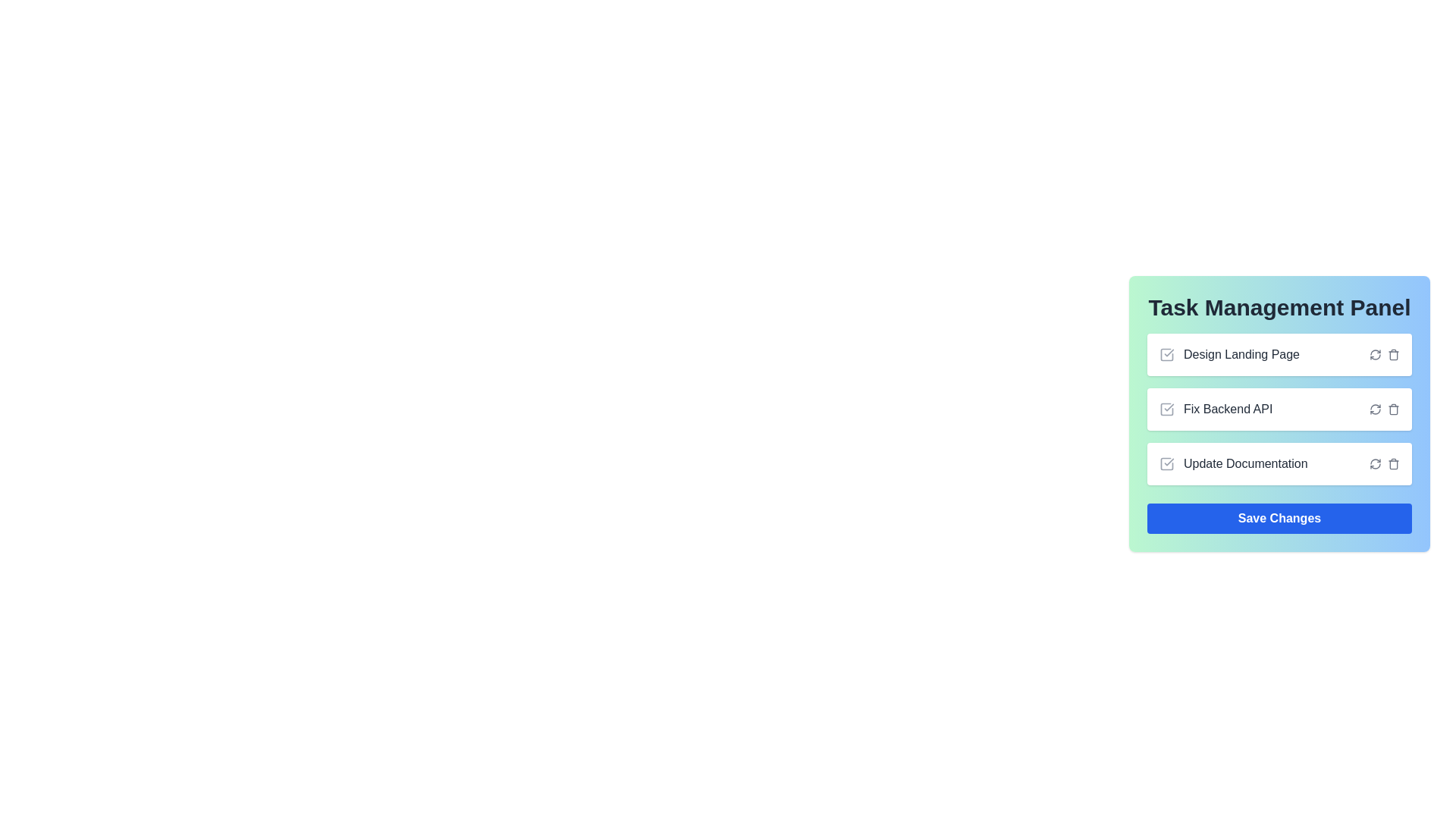  Describe the element at coordinates (1394, 463) in the screenshot. I see `the delete button with a trash icon located at the right edge of the 'Update Documentation' task in the 'Task Management Panel'` at that location.